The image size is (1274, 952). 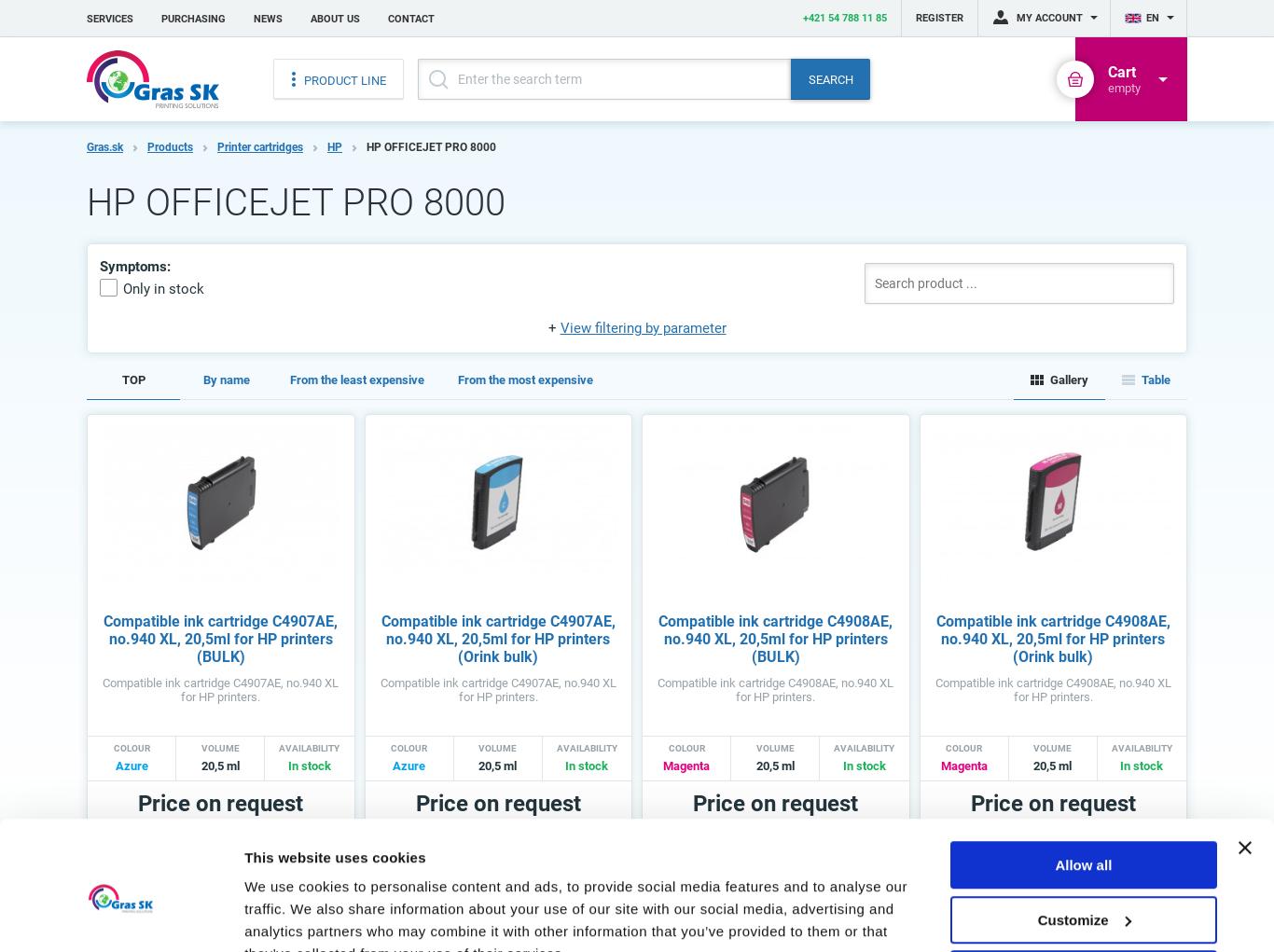 What do you see at coordinates (243, 809) in the screenshot?
I see `'We use cookies to personalise content and ads, to provide social media features and to analyse our traffic. We also share information about your use of our site with our social media, advertising and analytics partners who may combine it with other information that you’ve provided to them or that they’ve collected from your use of their services.'` at bounding box center [243, 809].